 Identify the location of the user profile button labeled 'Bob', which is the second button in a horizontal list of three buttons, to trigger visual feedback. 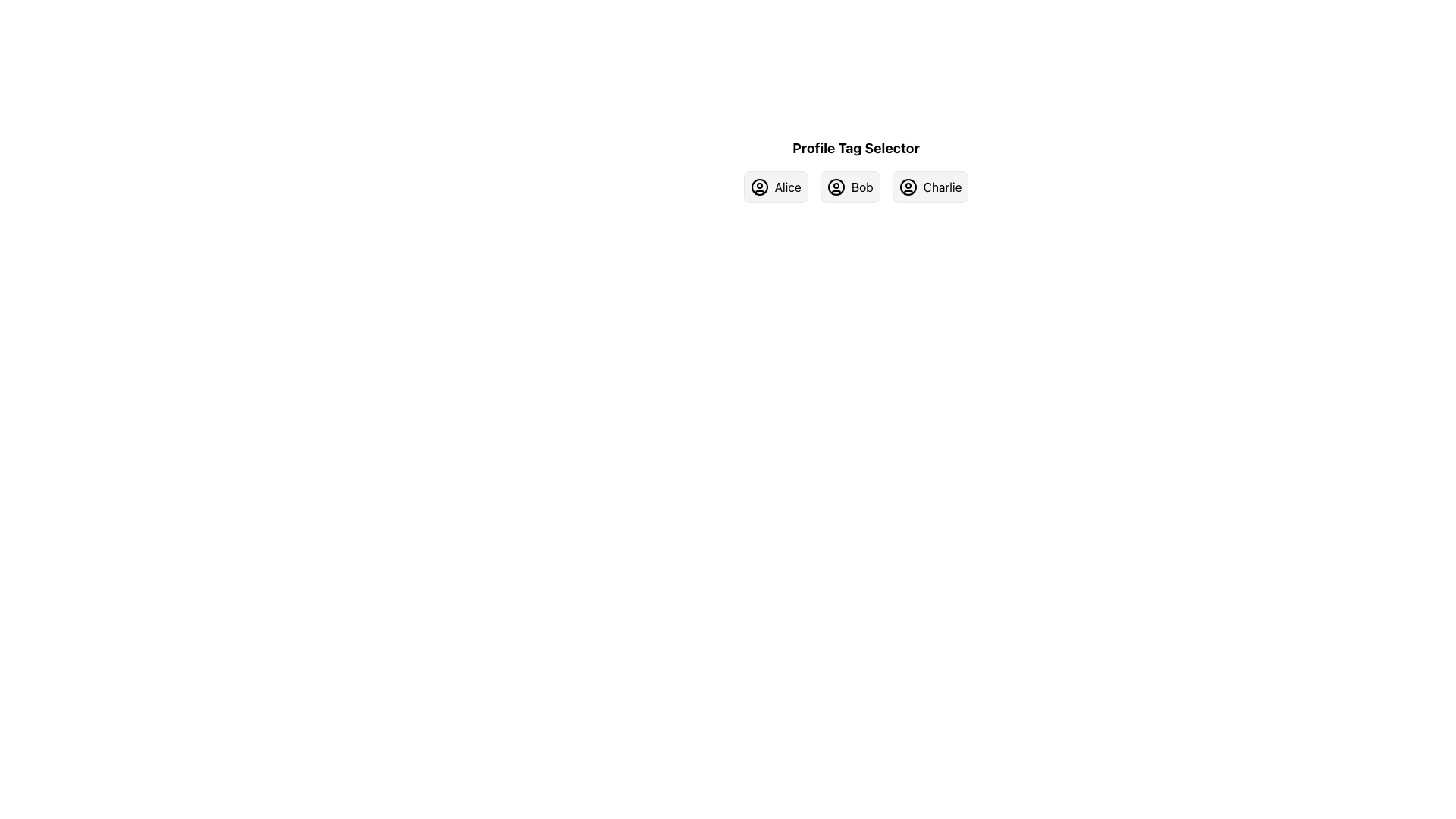
(850, 186).